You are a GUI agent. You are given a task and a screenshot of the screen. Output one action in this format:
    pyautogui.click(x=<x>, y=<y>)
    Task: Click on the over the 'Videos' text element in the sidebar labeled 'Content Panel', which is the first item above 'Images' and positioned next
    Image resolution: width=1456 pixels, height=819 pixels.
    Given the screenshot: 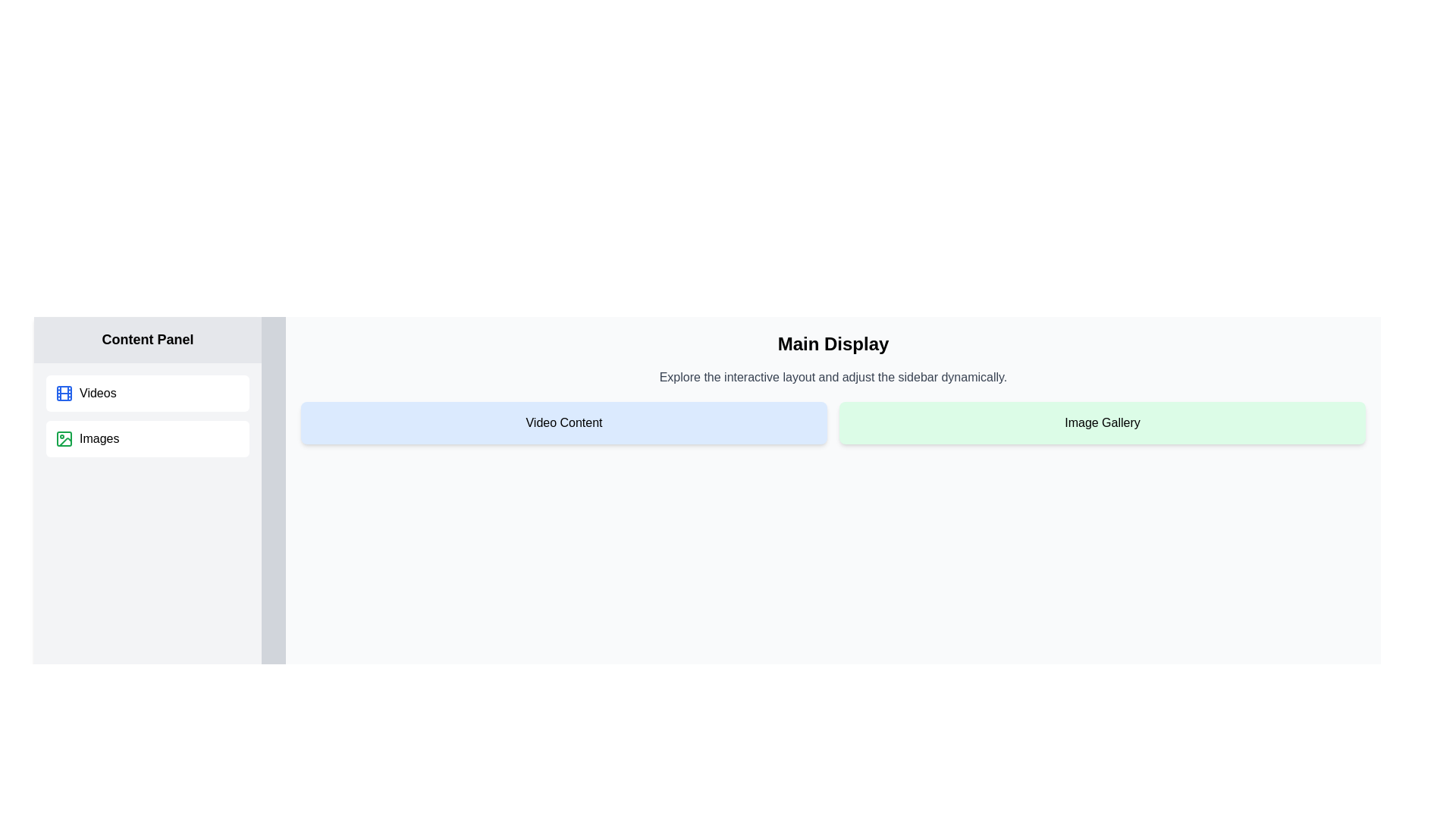 What is the action you would take?
    pyautogui.click(x=97, y=393)
    